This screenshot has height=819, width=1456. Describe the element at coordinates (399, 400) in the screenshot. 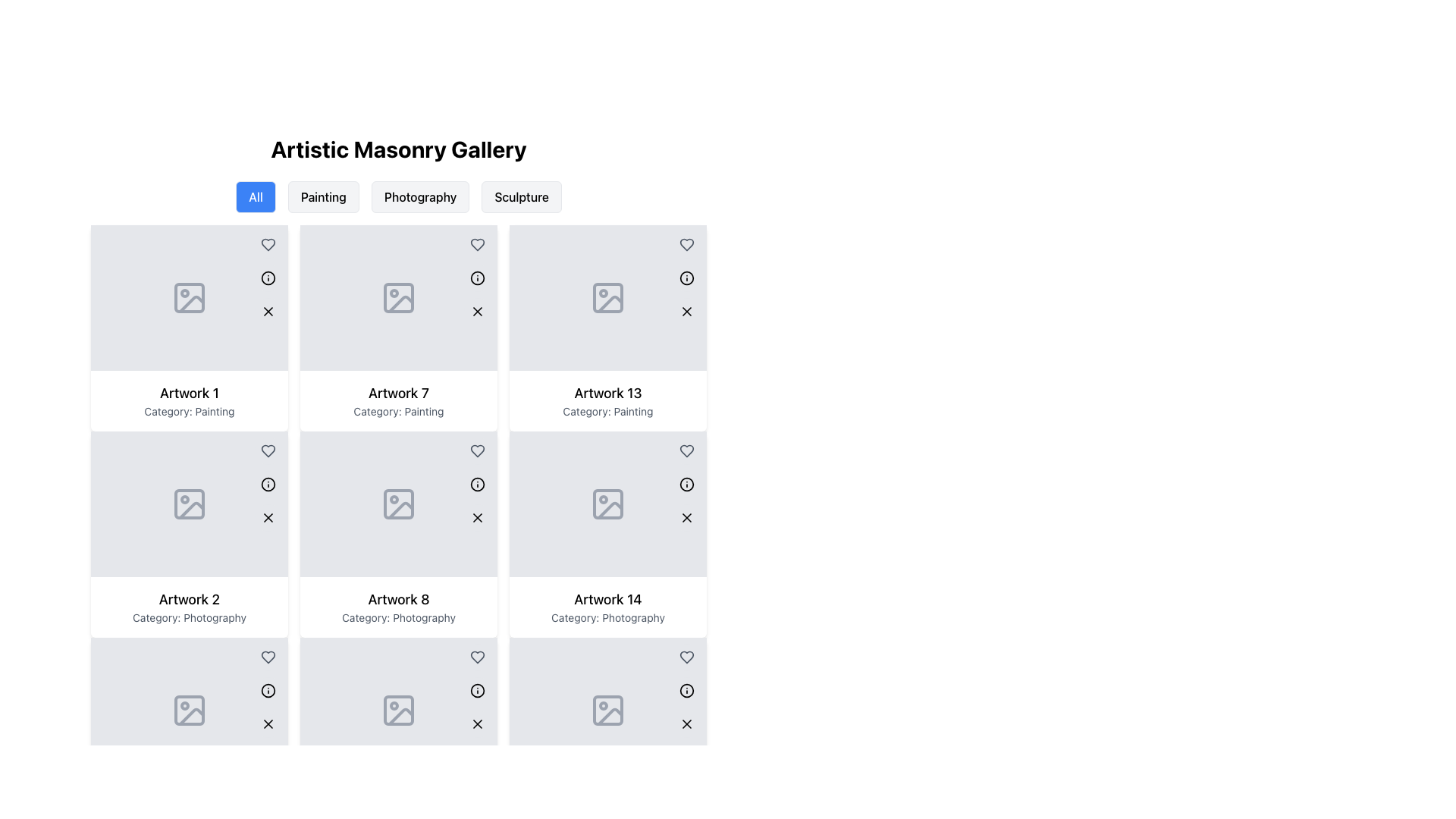

I see `the text block displaying the title 'Artwork 7' with a smaller gray text 'Category: Painting', located in the second column of the second row of the grid layout` at that location.